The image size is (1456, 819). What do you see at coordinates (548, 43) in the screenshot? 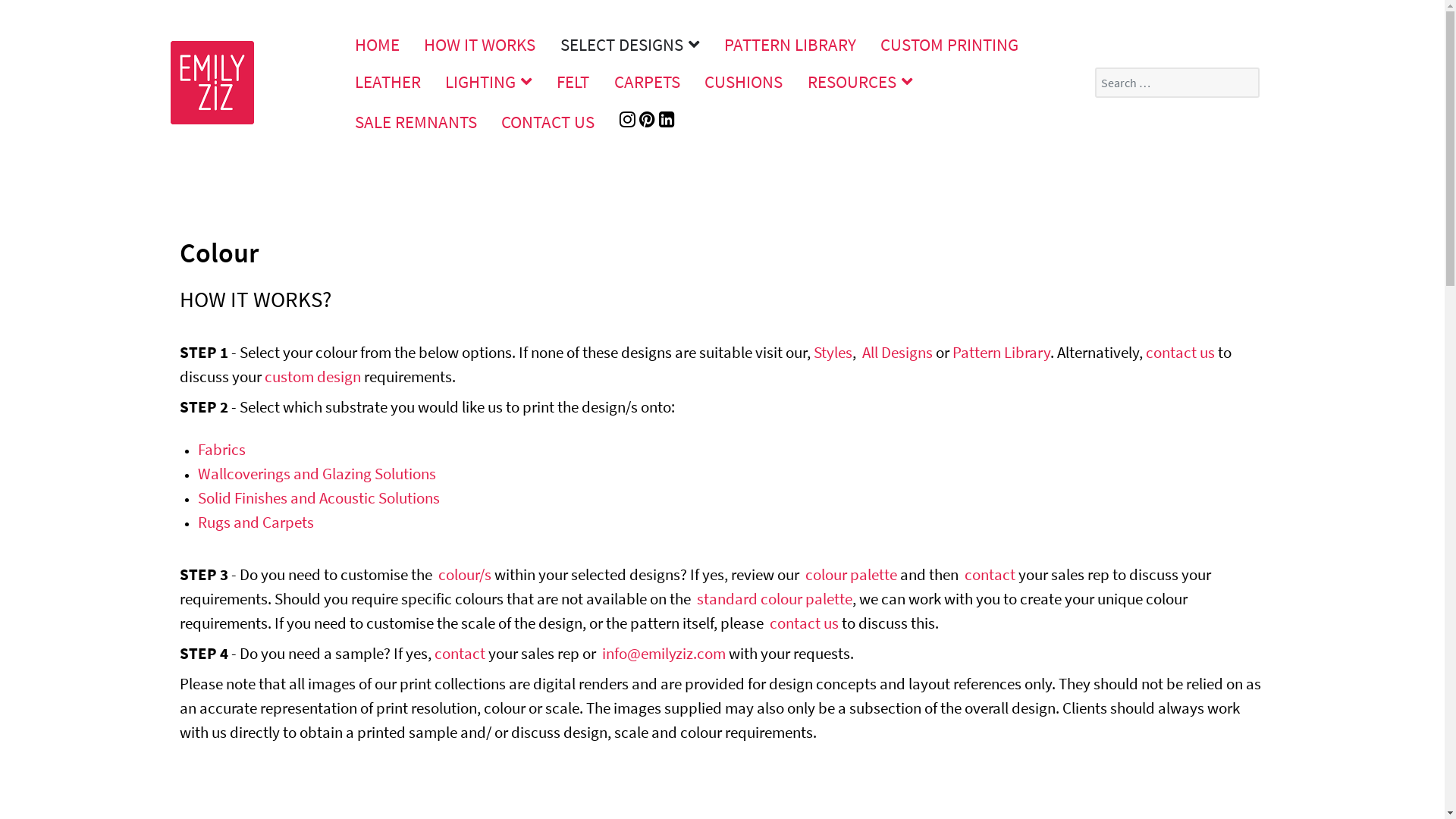
I see `'SELECT DESIGNS'` at bounding box center [548, 43].